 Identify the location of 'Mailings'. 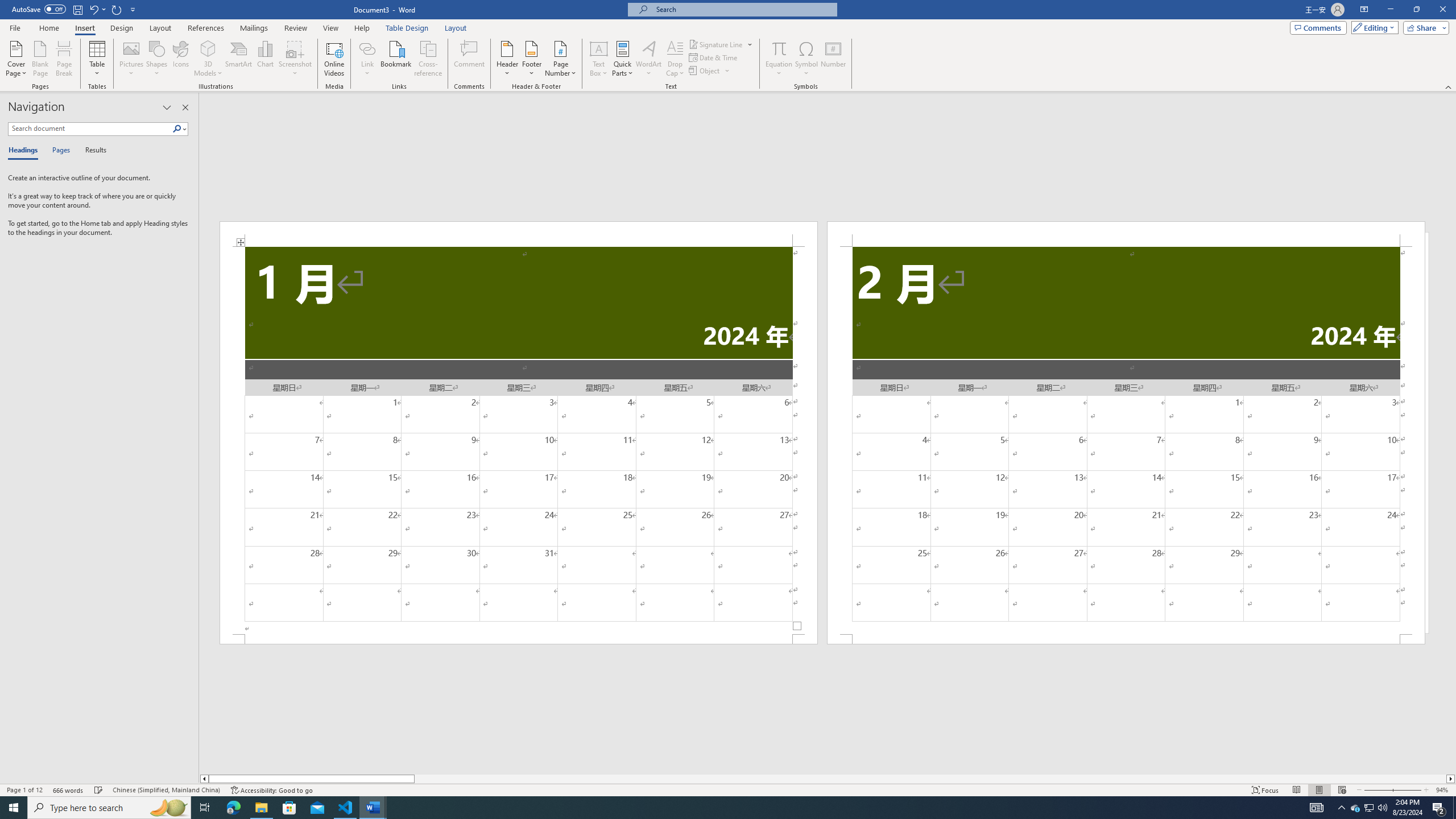
(253, 28).